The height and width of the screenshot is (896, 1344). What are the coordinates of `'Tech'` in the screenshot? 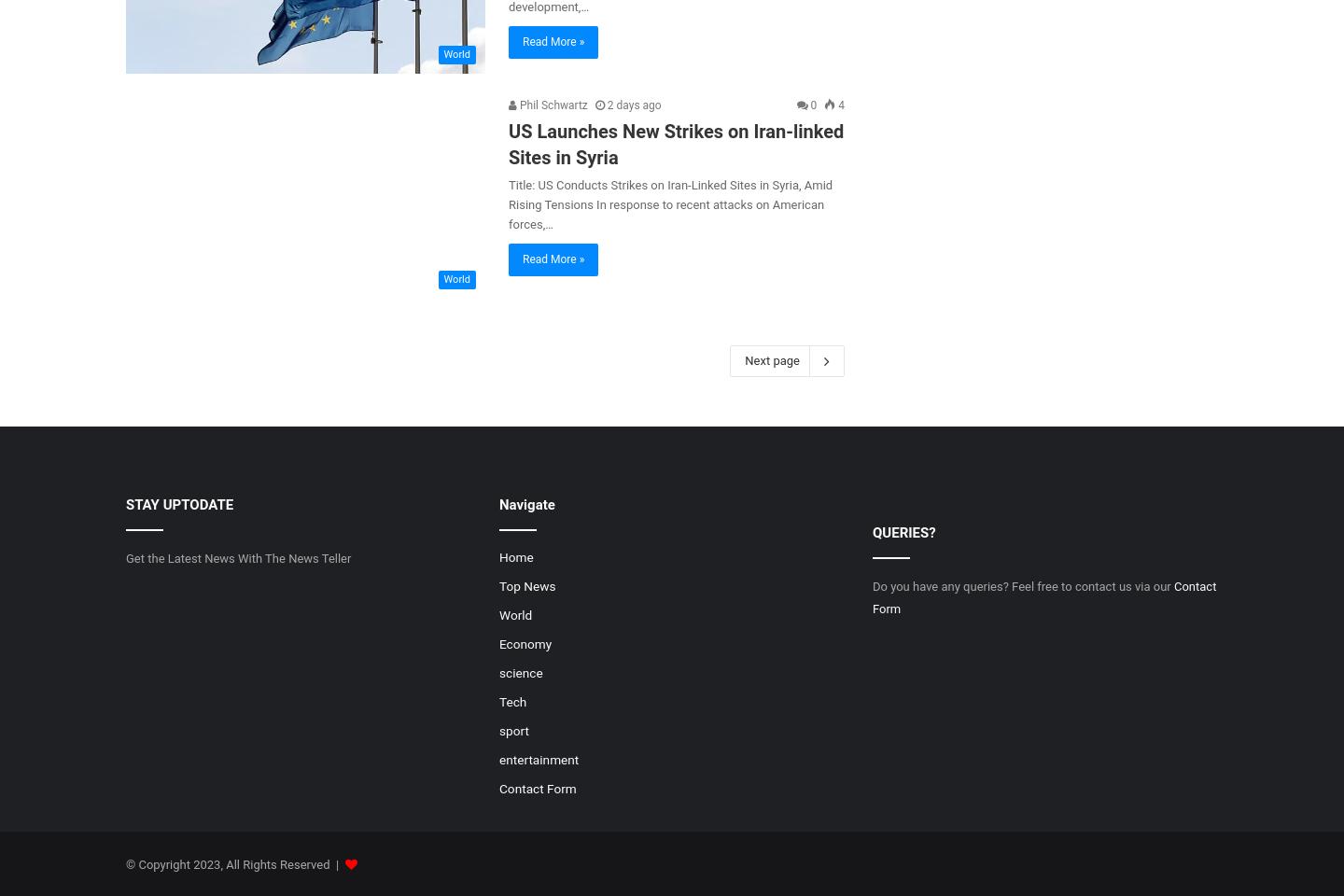 It's located at (511, 700).